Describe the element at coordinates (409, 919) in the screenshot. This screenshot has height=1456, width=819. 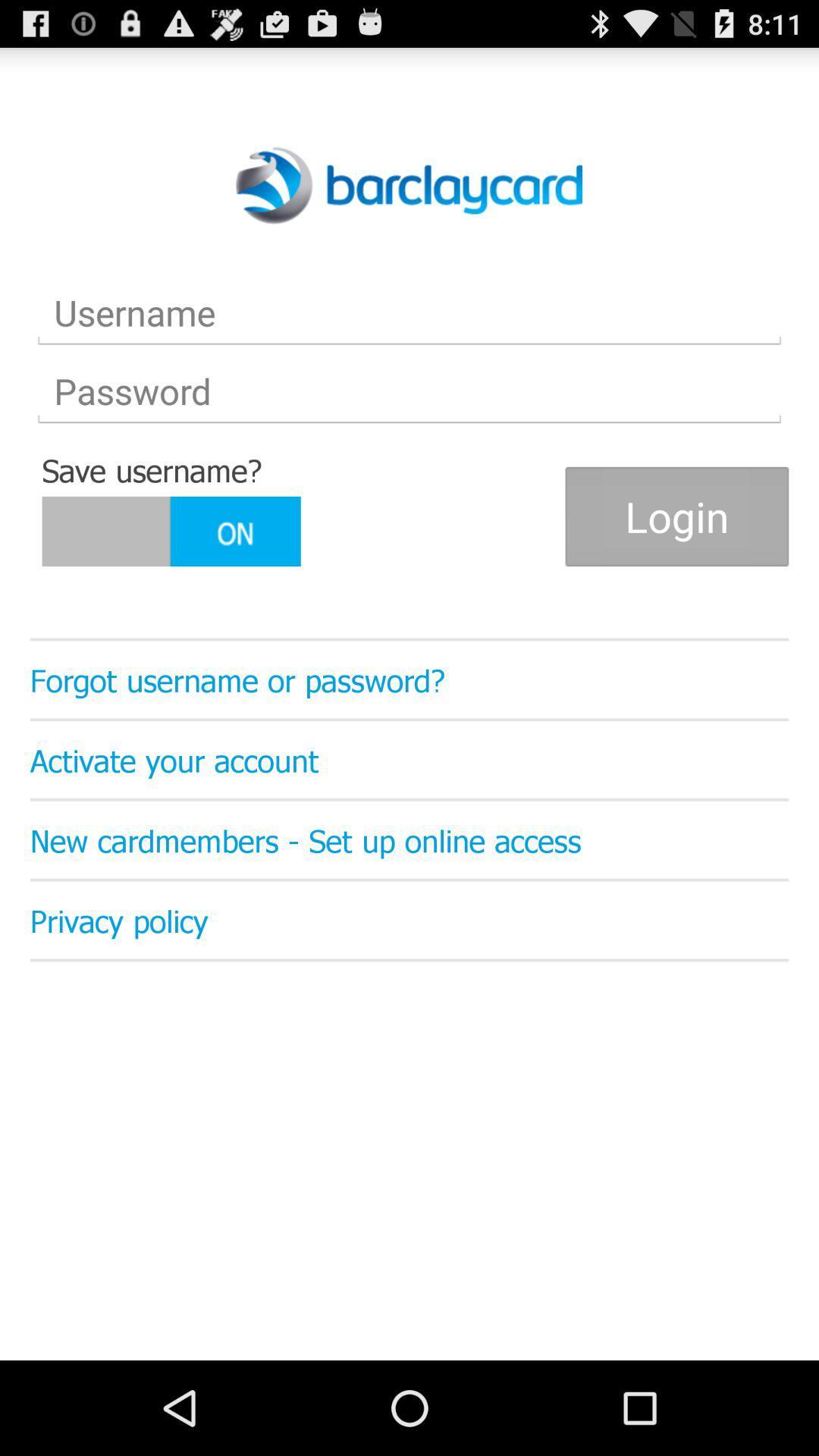
I see `the privacy policy item` at that location.